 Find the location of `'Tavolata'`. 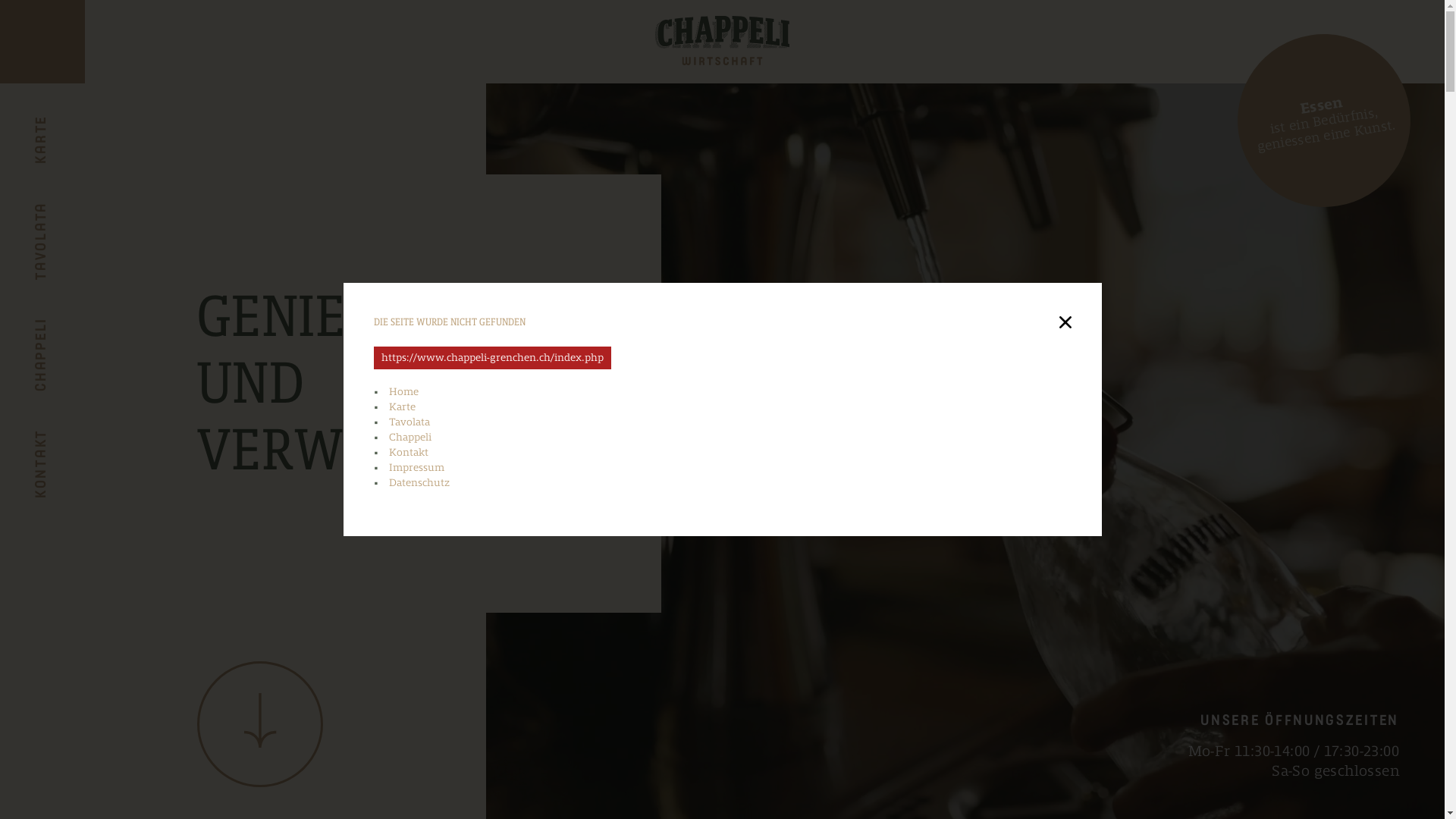

'Tavolata' is located at coordinates (408, 422).